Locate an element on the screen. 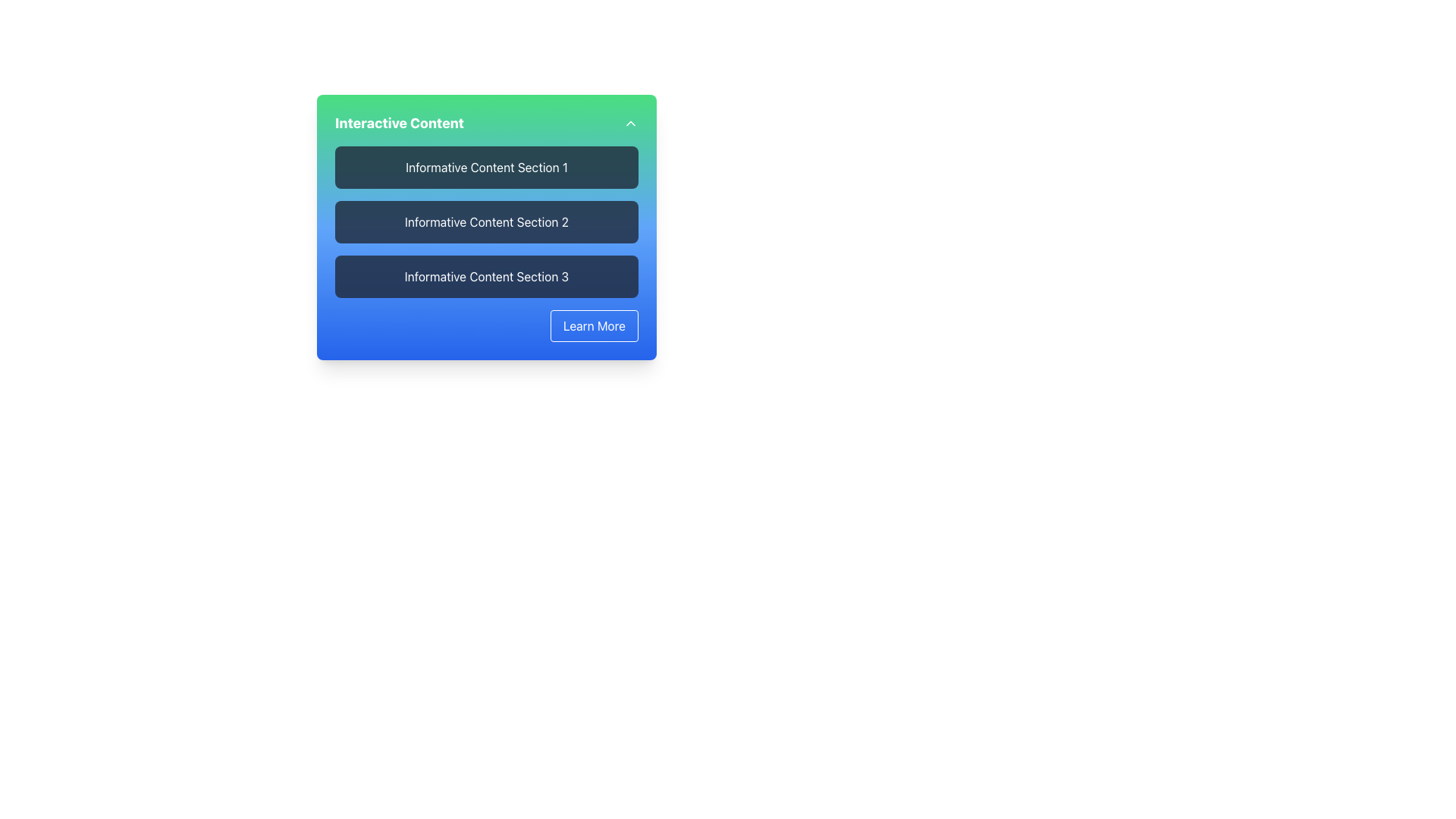  the button located at the bottom-right corner of the 'Interactive Content' box to observe the color change is located at coordinates (593, 325).